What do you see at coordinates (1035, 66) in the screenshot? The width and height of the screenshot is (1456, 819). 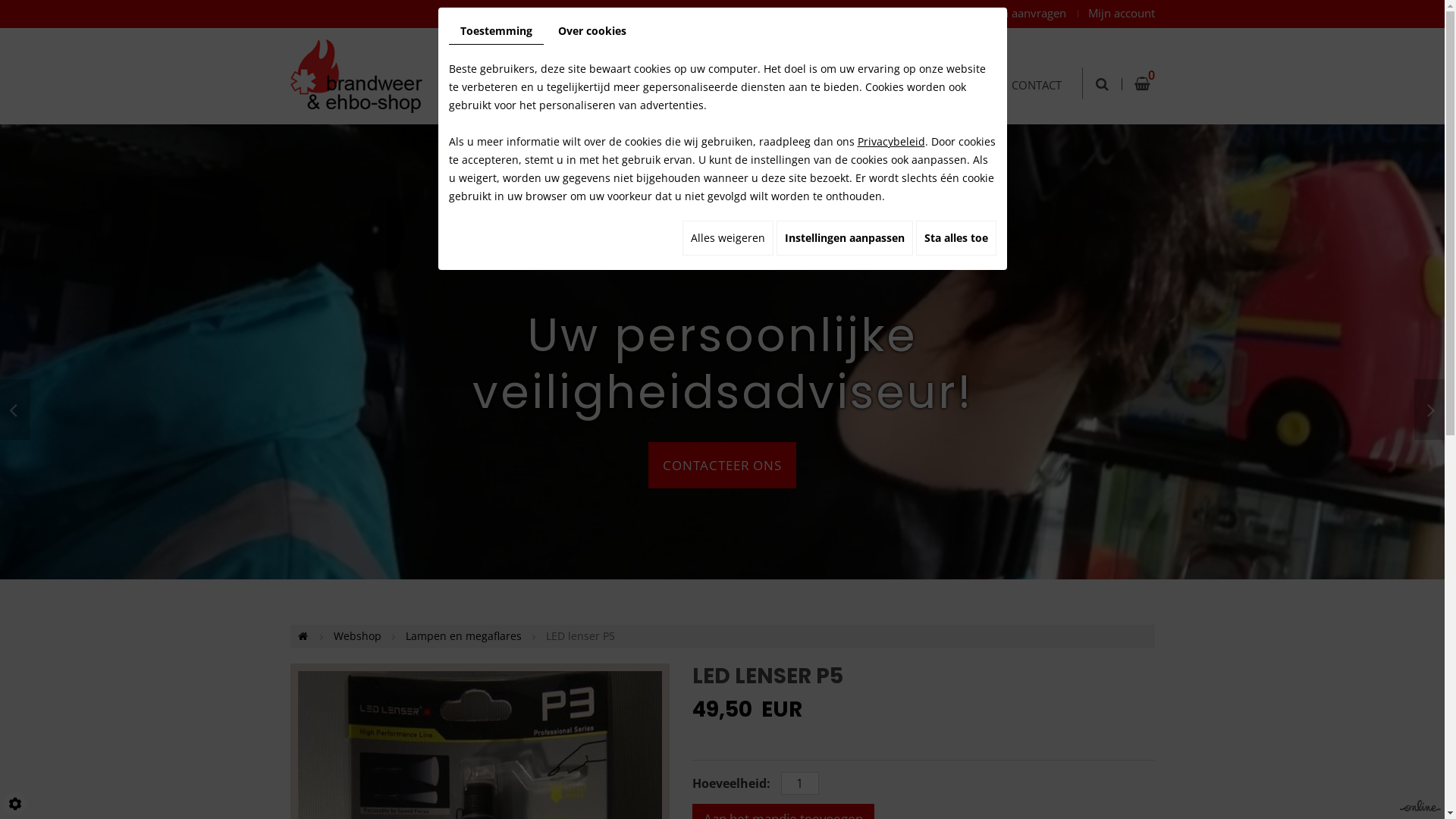 I see `'CONTACT'` at bounding box center [1035, 66].